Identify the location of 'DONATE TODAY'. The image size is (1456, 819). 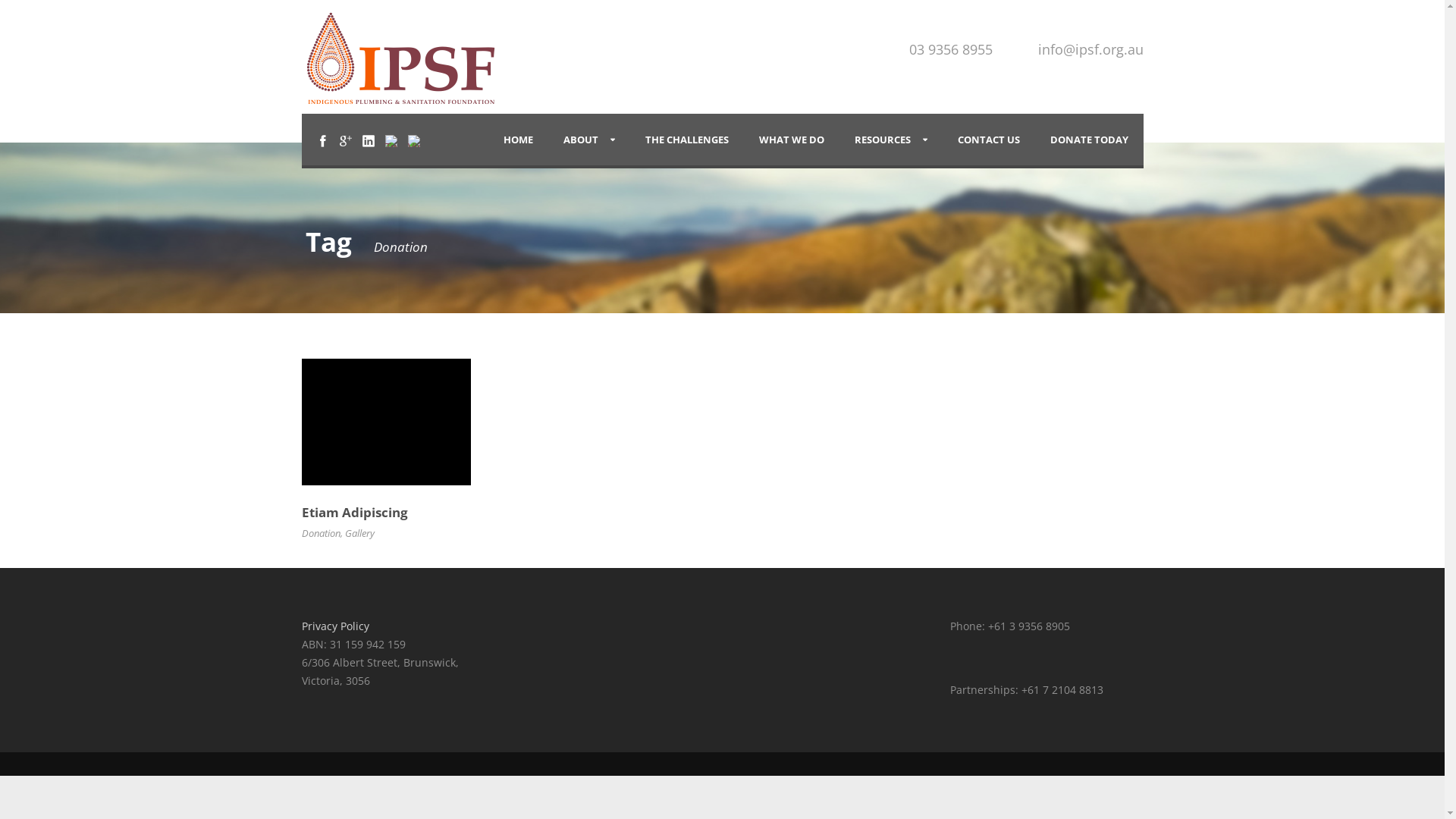
(1087, 140).